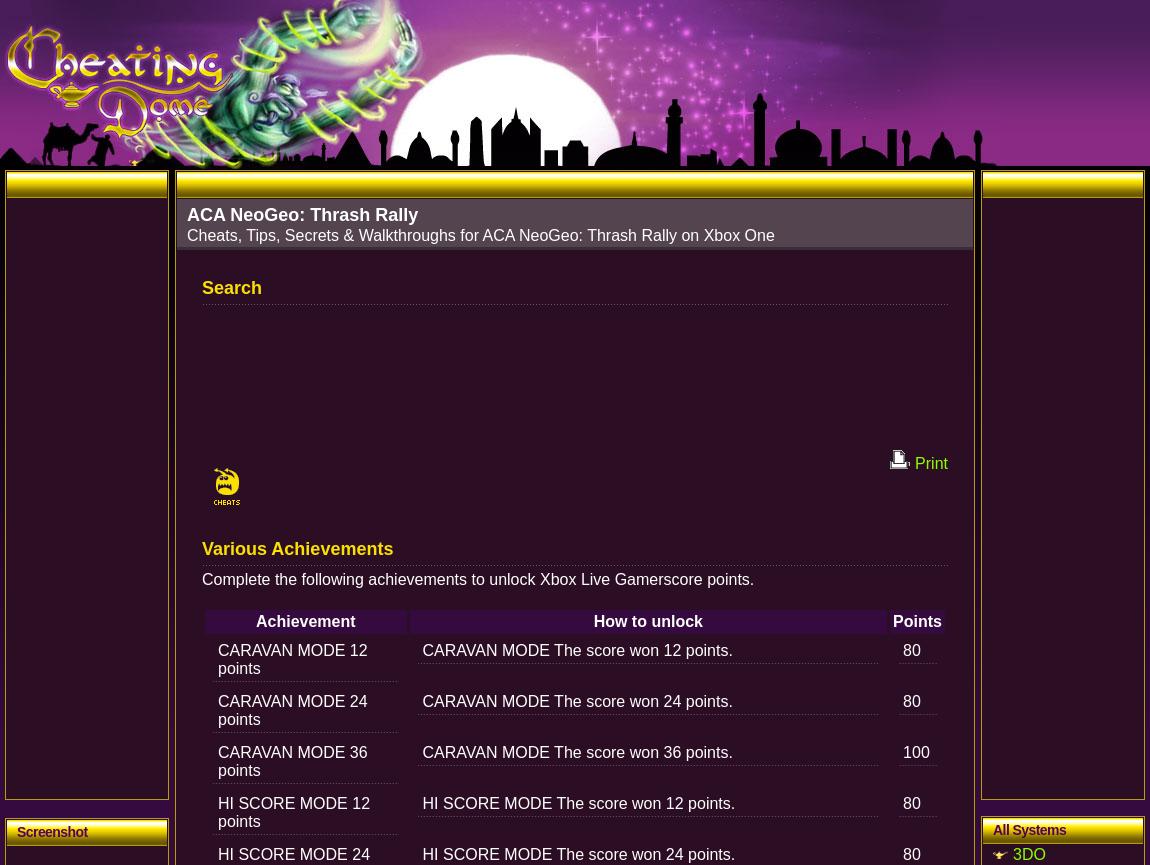 The width and height of the screenshot is (1150, 865). What do you see at coordinates (478, 579) in the screenshot?
I see `'Complete the following achievements to unlock Xbox Live Gamerscore points.'` at bounding box center [478, 579].